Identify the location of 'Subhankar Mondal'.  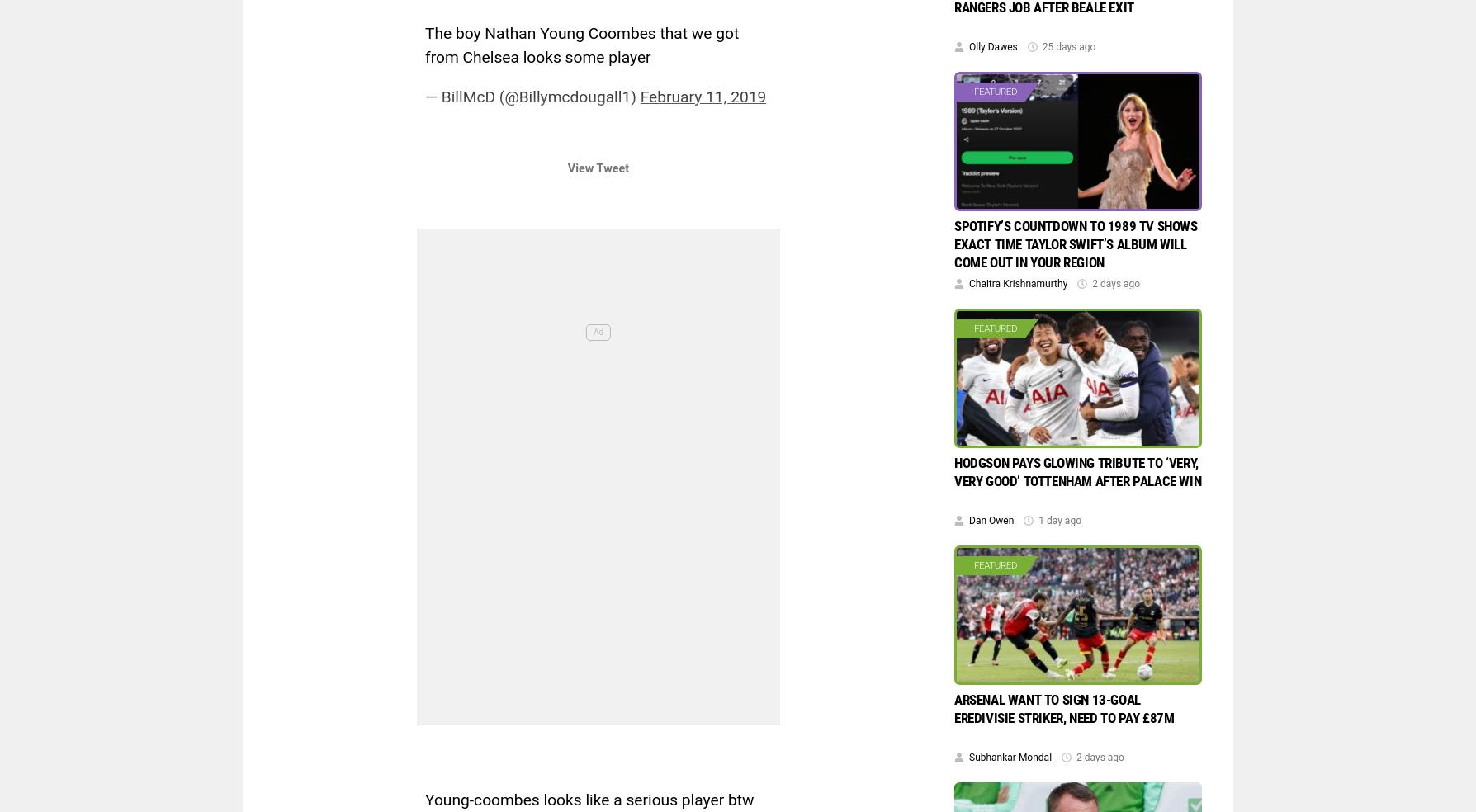
(1010, 757).